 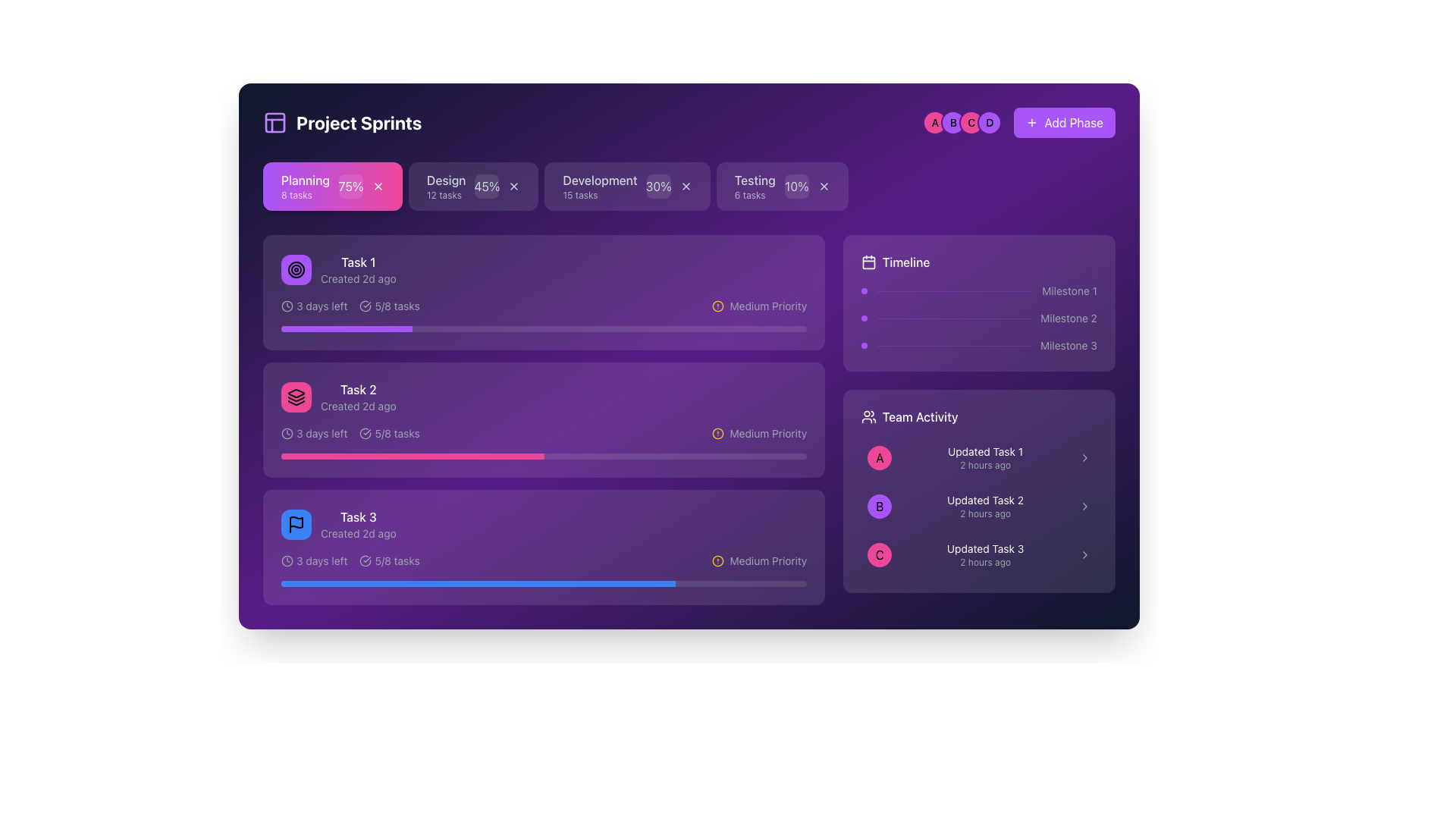 What do you see at coordinates (296, 397) in the screenshot?
I see `the icon located in the left vertical column, in the box with a pink background corresponding to 'Task 2'` at bounding box center [296, 397].